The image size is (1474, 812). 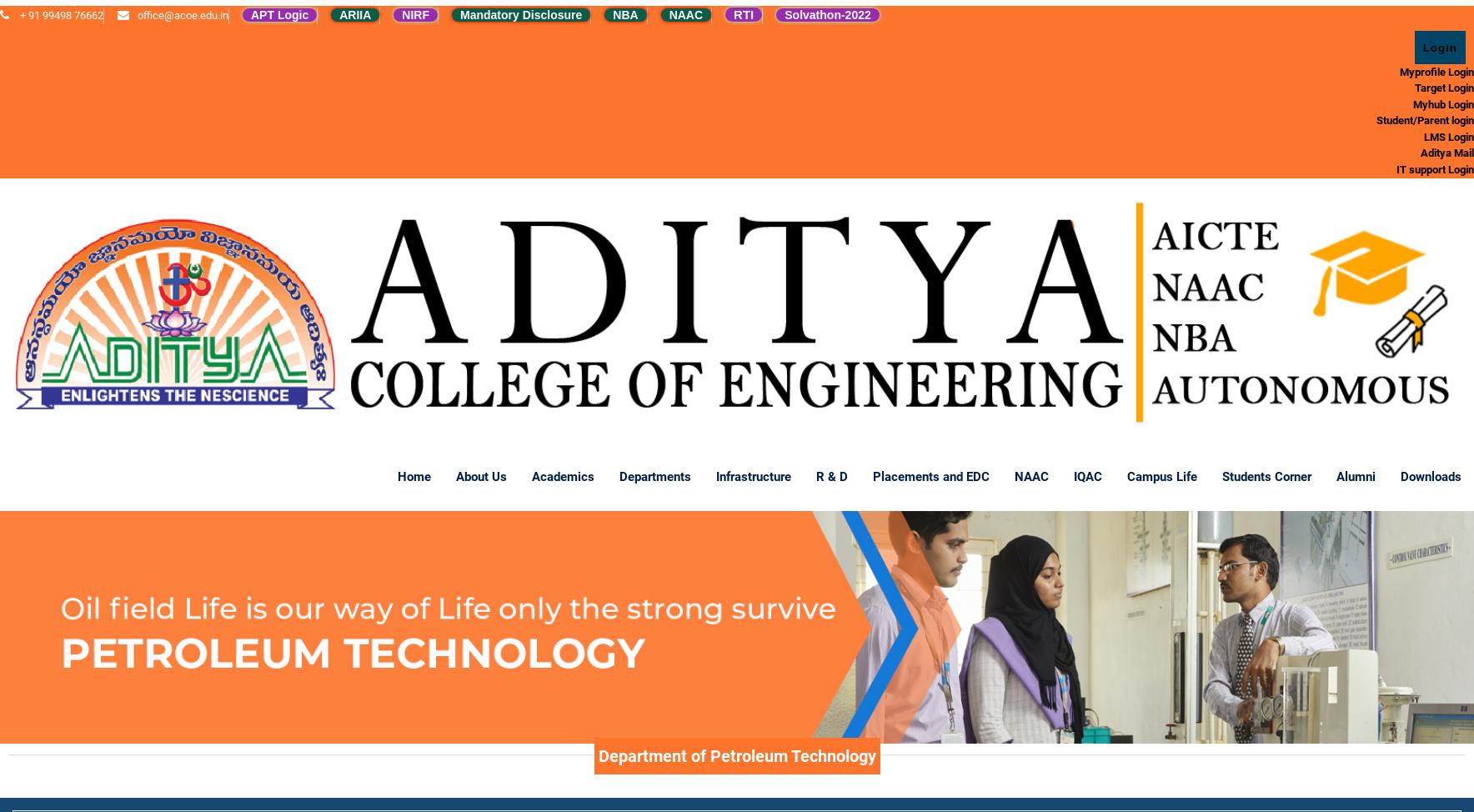 What do you see at coordinates (1425, 119) in the screenshot?
I see `'Student/Parent login'` at bounding box center [1425, 119].